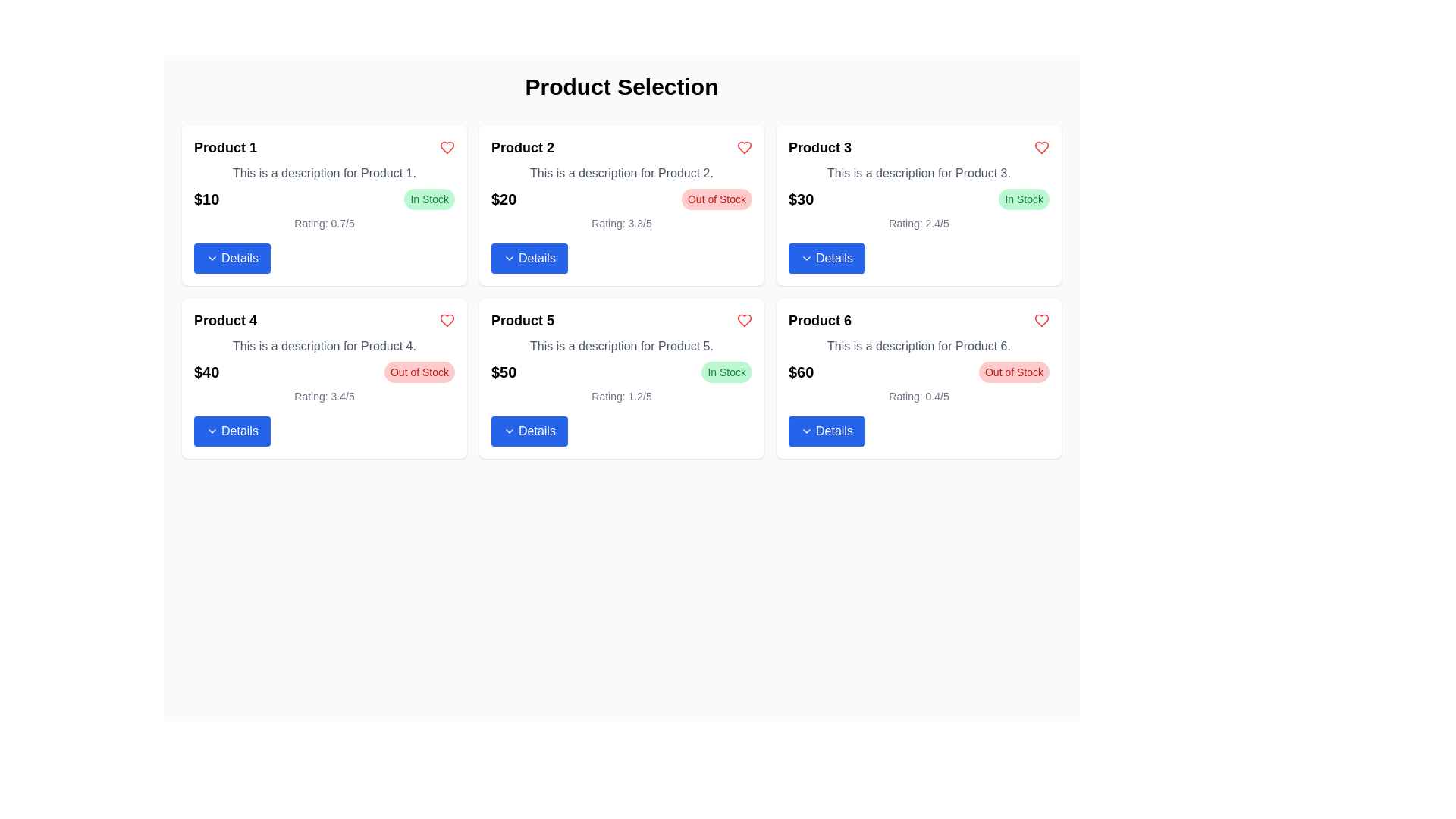  What do you see at coordinates (211, 257) in the screenshot?
I see `the 'Details' button by clicking on the Chevron Down icon, which is part of the button that contains the text 'Details'` at bounding box center [211, 257].